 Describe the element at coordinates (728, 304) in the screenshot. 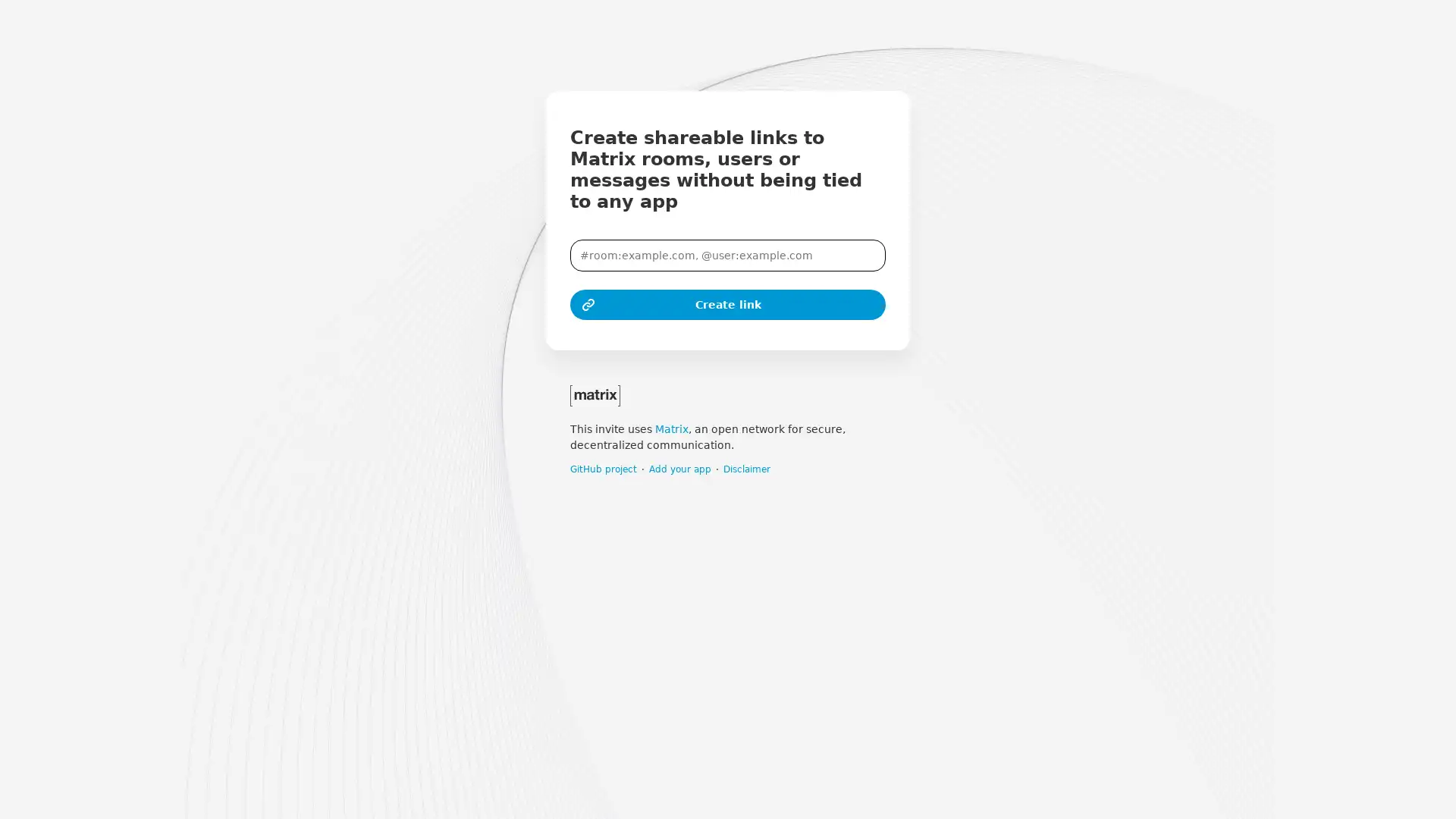

I see `Create link` at that location.